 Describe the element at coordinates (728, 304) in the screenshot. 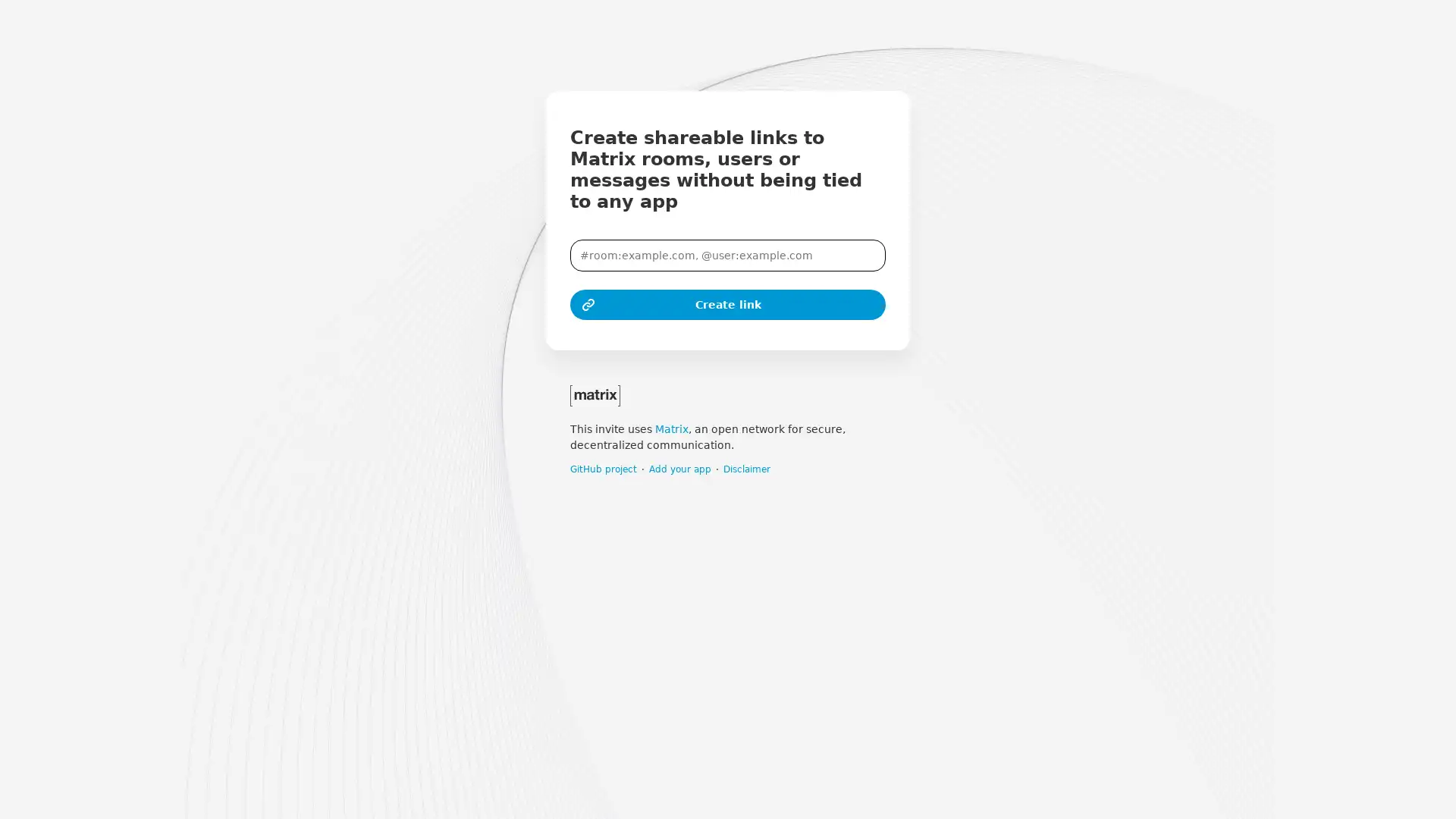

I see `Create link` at that location.